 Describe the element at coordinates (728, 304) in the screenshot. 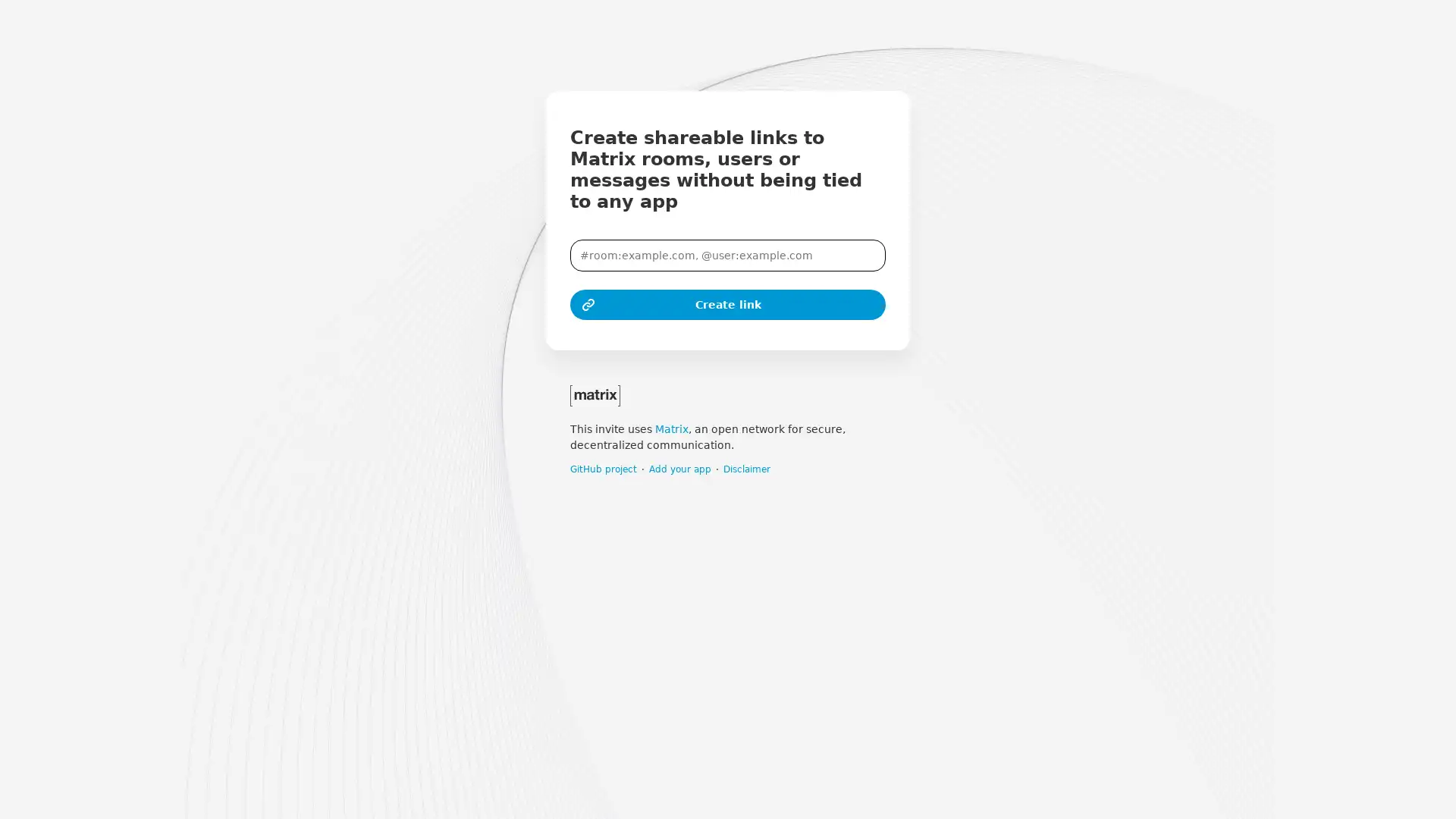

I see `Create link` at that location.